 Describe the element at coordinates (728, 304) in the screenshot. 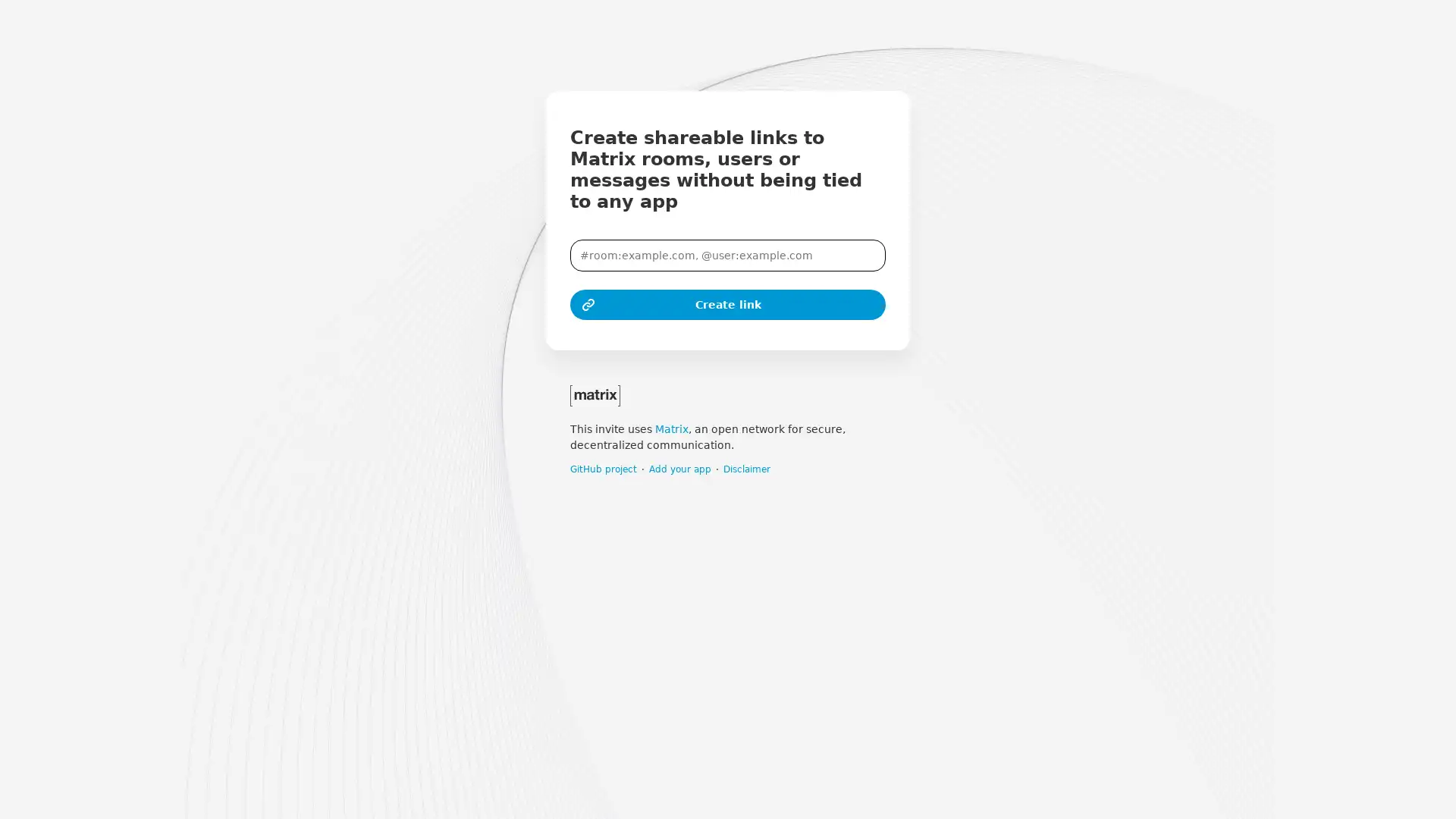

I see `Create link` at that location.